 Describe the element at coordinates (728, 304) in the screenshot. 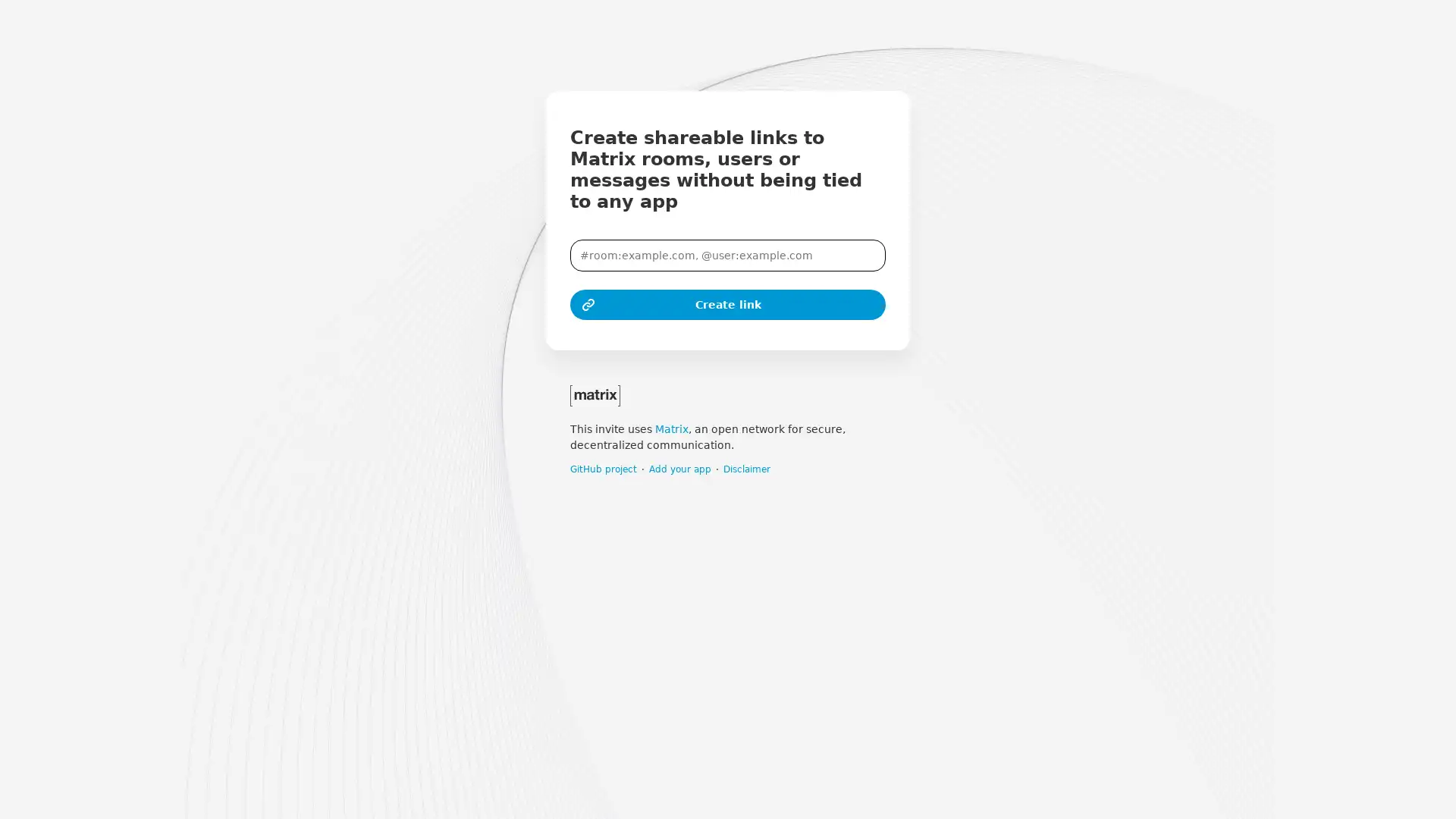

I see `Create link` at that location.